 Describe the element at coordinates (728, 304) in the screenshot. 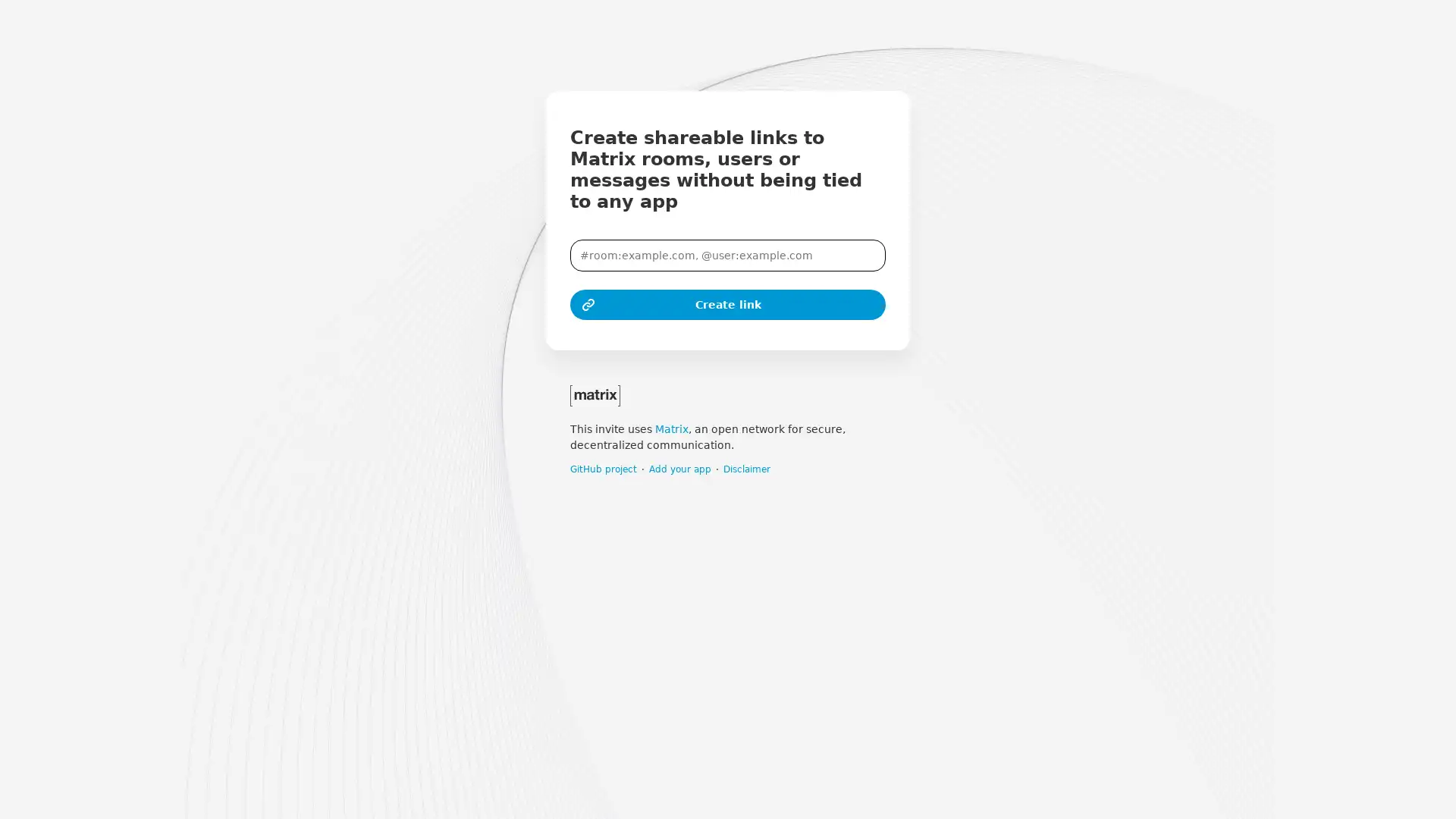

I see `Create link` at that location.